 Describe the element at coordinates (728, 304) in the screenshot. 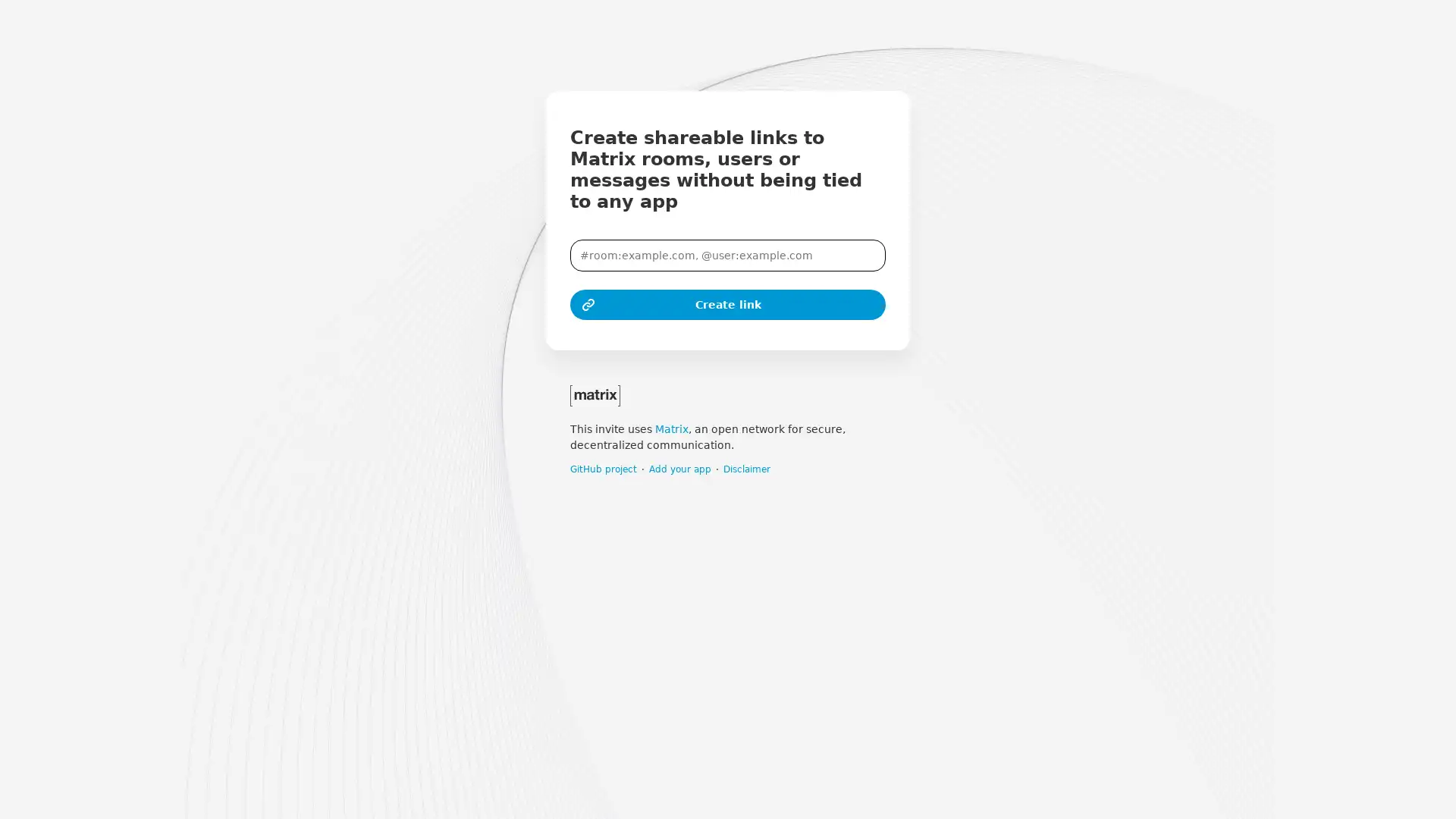

I see `Create link` at that location.